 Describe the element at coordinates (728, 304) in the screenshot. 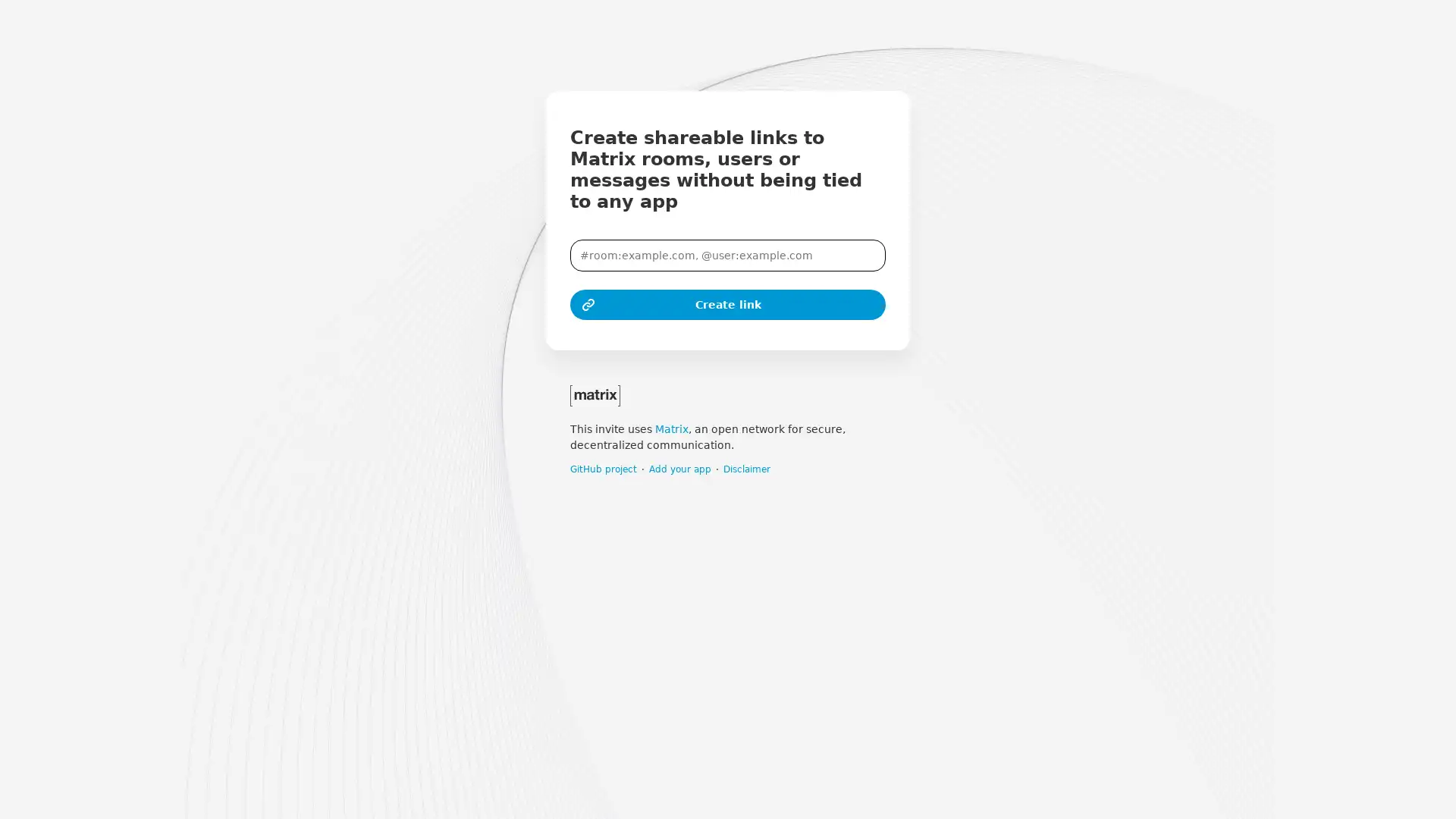

I see `Create link` at that location.